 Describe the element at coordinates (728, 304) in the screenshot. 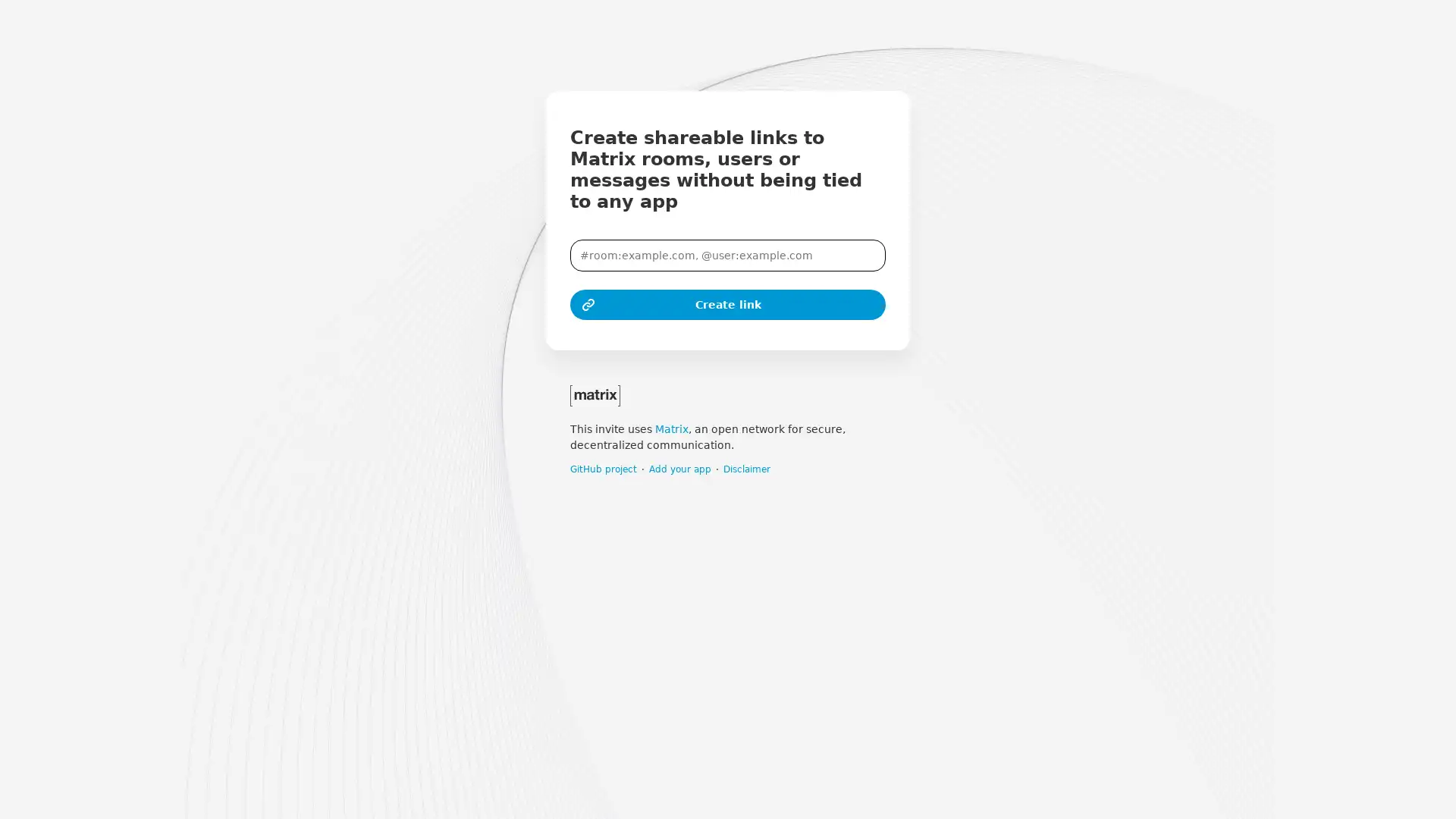

I see `Create link` at that location.